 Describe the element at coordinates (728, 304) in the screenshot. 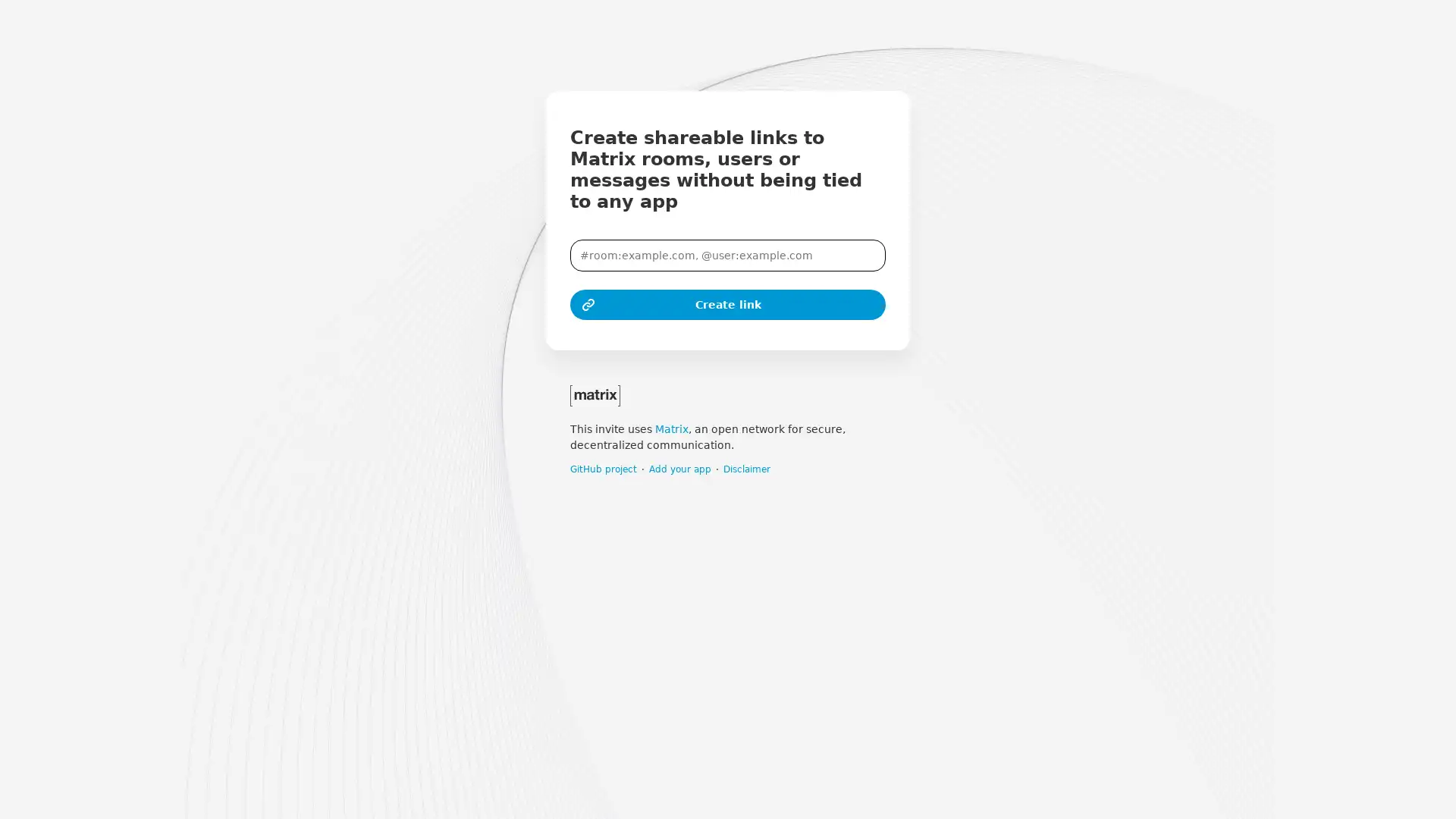

I see `Create link` at that location.